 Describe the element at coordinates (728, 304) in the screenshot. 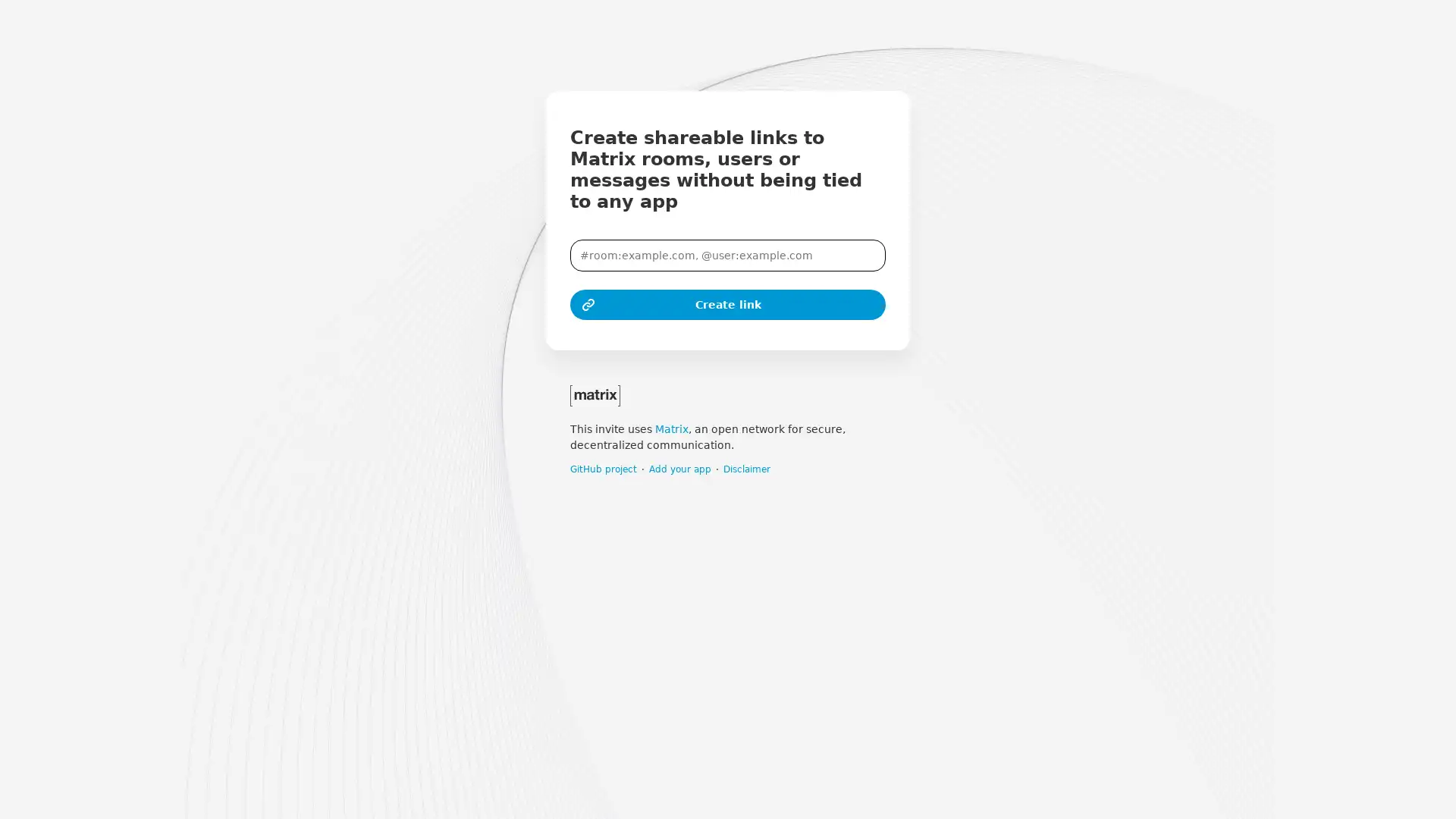

I see `Create link` at that location.